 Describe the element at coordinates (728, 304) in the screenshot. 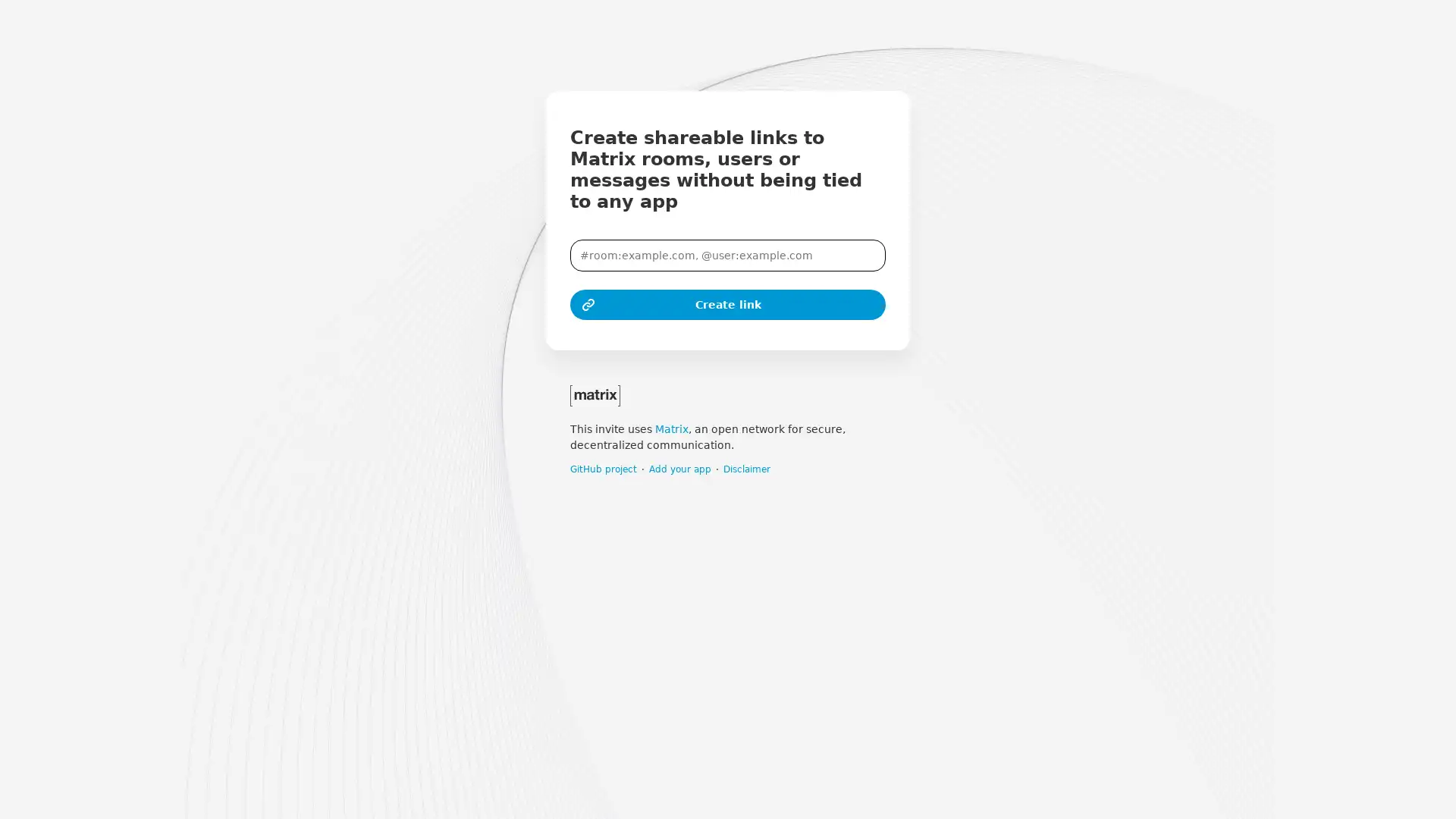

I see `Create link` at that location.